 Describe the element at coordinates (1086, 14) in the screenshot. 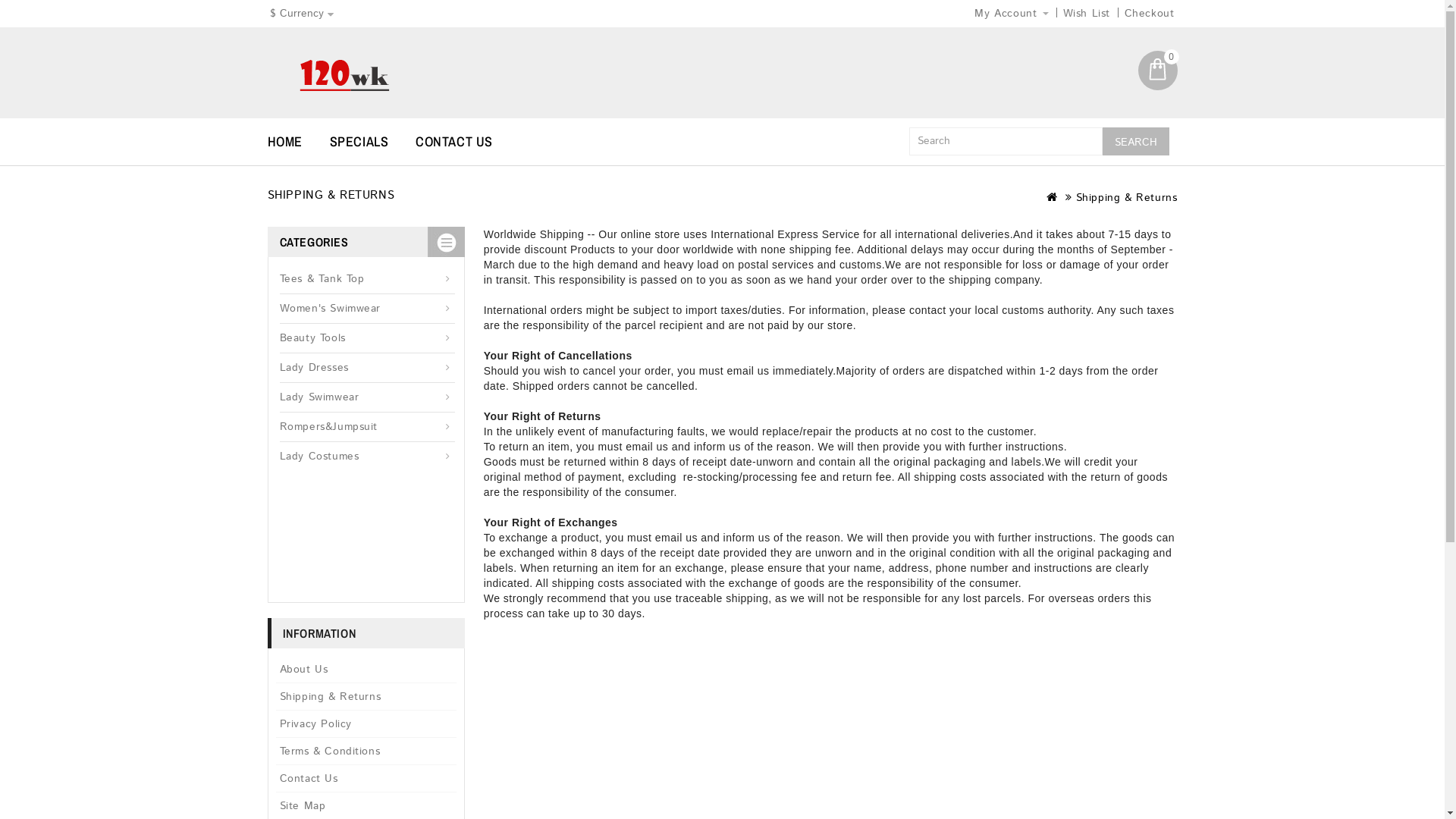

I see `'Wish List'` at that location.